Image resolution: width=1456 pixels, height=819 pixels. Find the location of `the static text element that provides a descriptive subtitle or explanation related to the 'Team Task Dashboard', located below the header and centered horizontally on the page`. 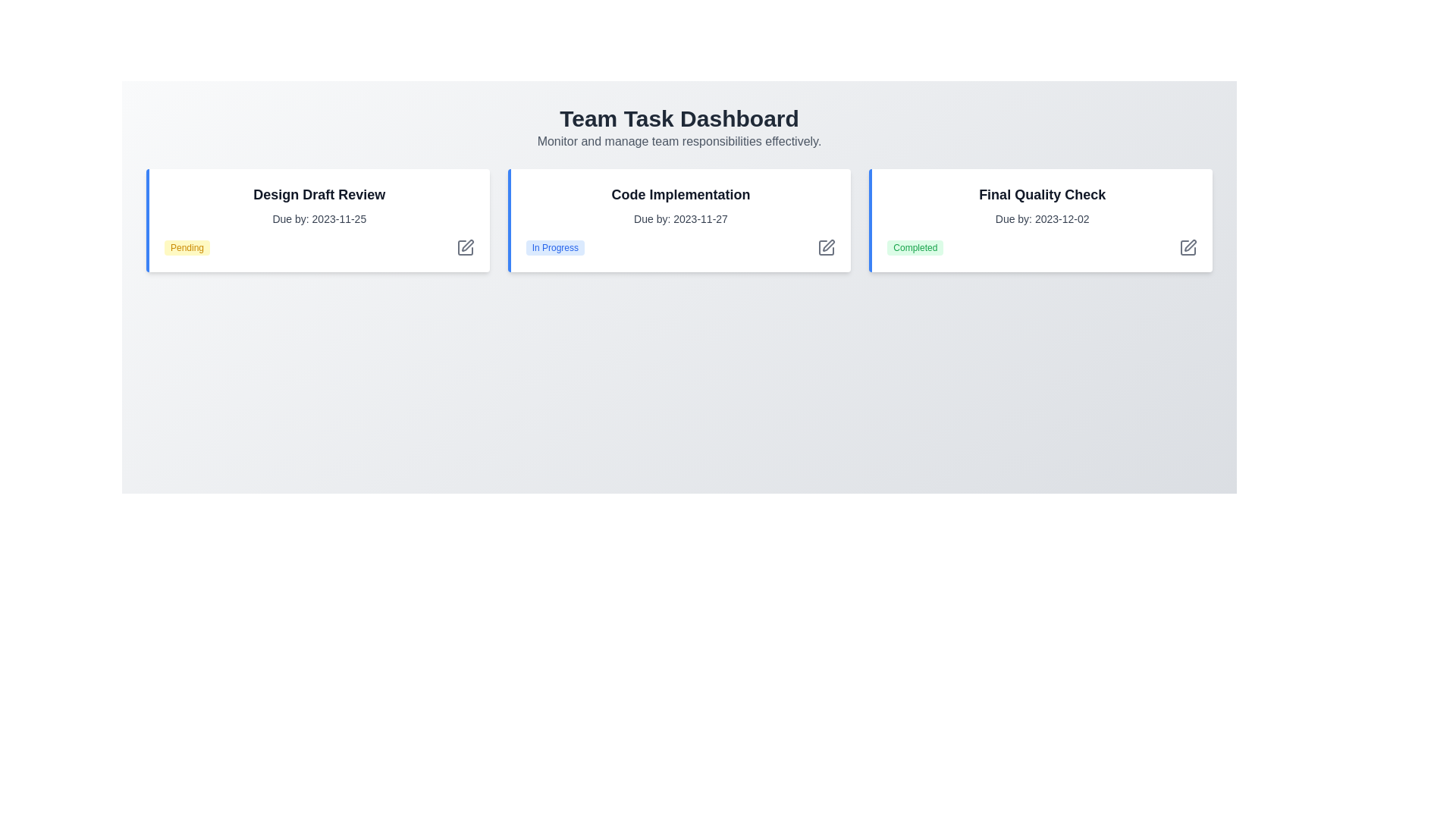

the static text element that provides a descriptive subtitle or explanation related to the 'Team Task Dashboard', located below the header and centered horizontally on the page is located at coordinates (679, 141).